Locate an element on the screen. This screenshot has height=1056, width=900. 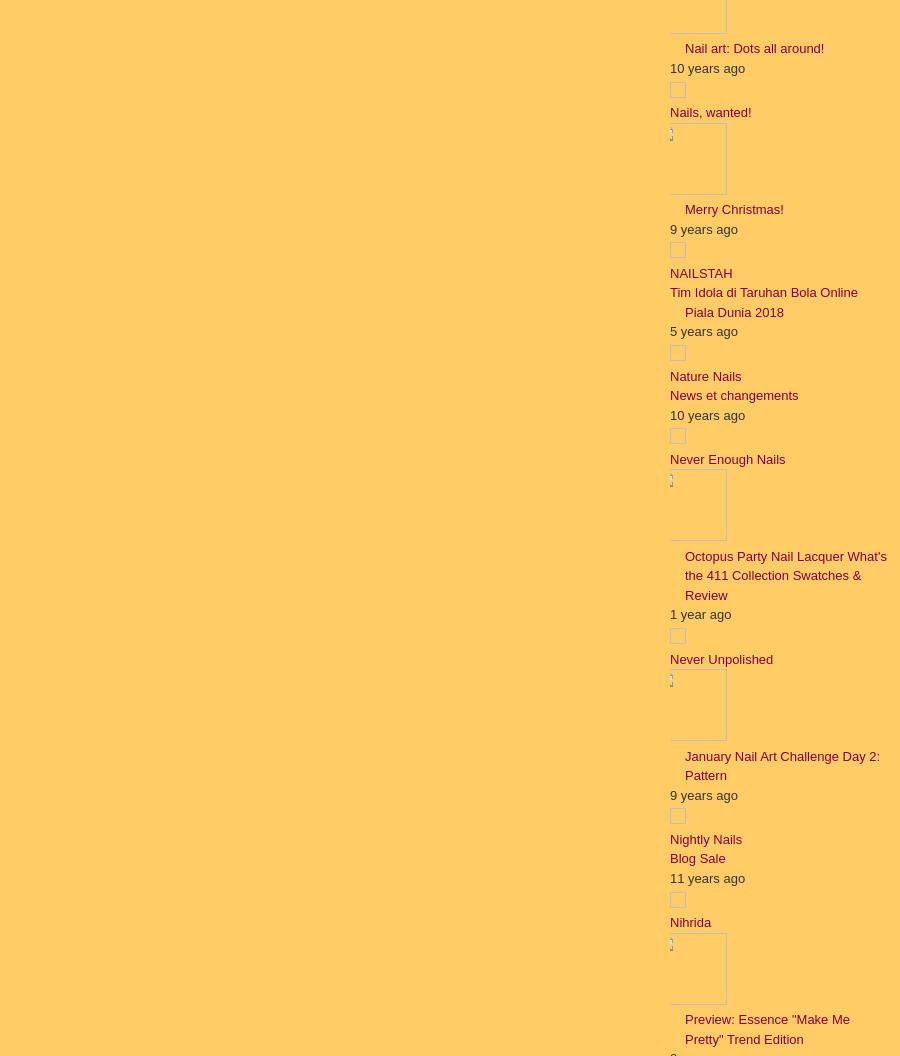
'Nail art: Dots all around!' is located at coordinates (753, 48).